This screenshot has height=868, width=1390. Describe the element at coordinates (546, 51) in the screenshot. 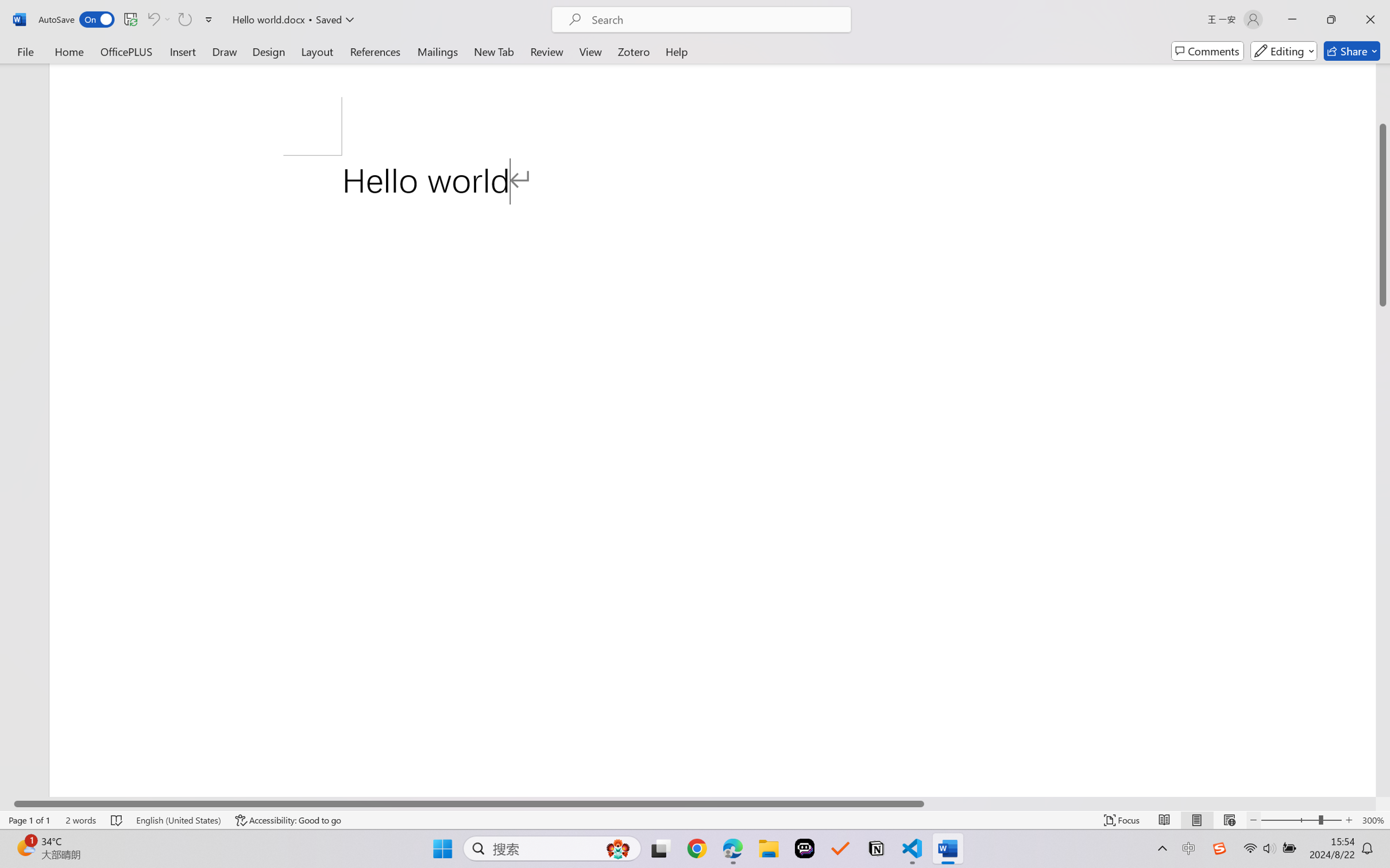

I see `'Review'` at that location.